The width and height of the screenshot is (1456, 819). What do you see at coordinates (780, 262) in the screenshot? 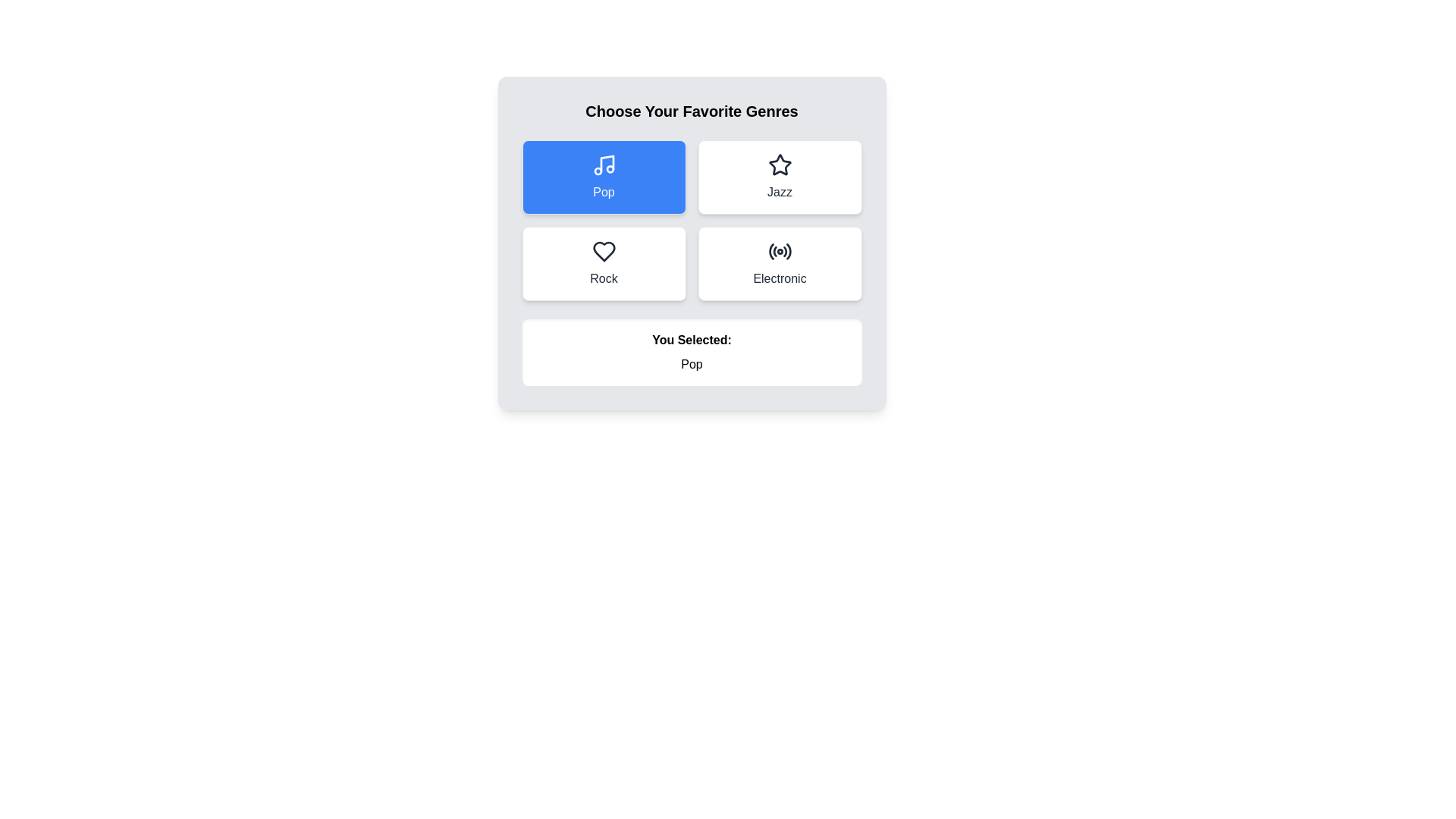
I see `the genre button labeled Electronic to observe the hover effect` at bounding box center [780, 262].